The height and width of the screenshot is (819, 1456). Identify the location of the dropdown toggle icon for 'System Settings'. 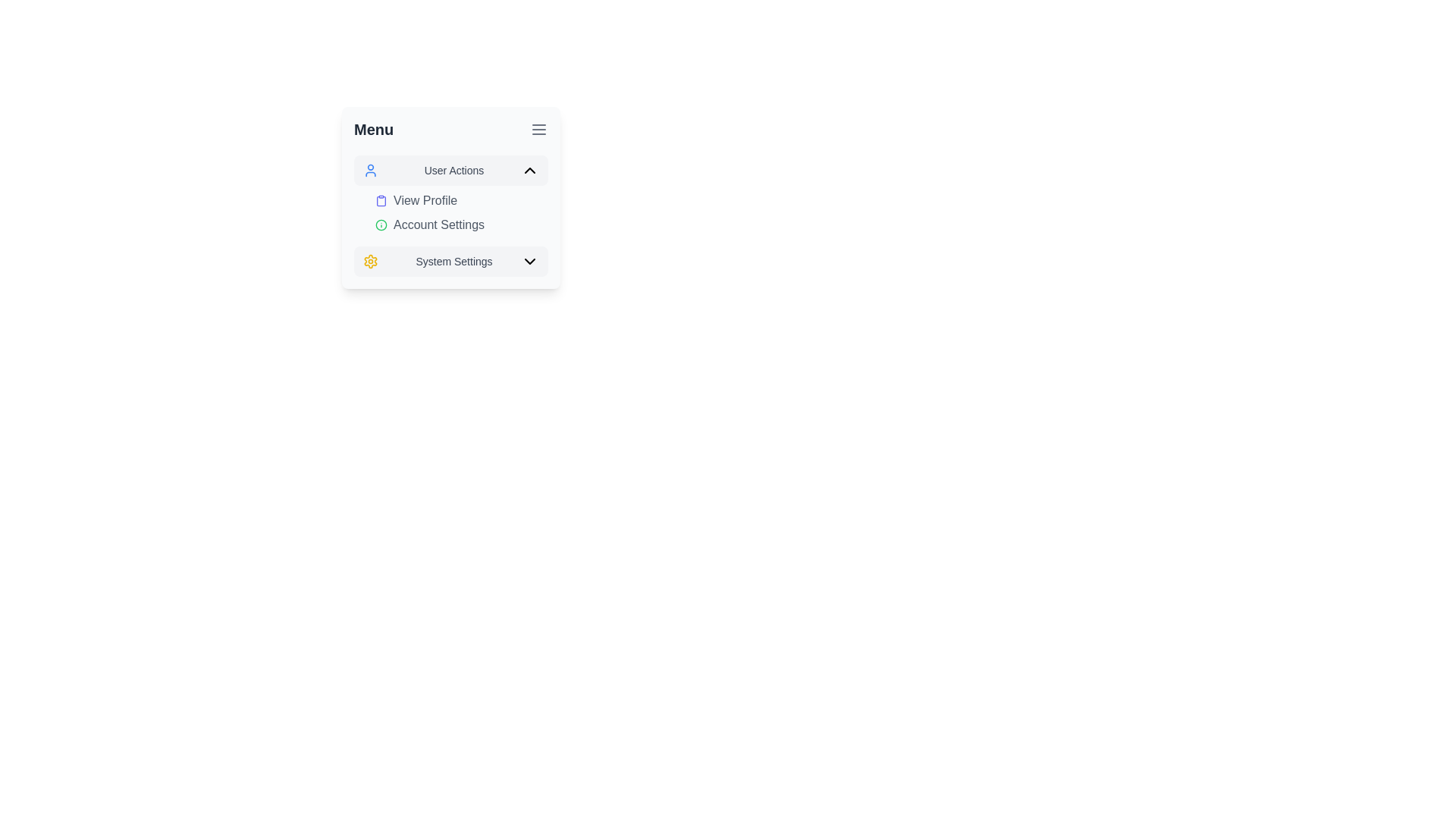
(530, 260).